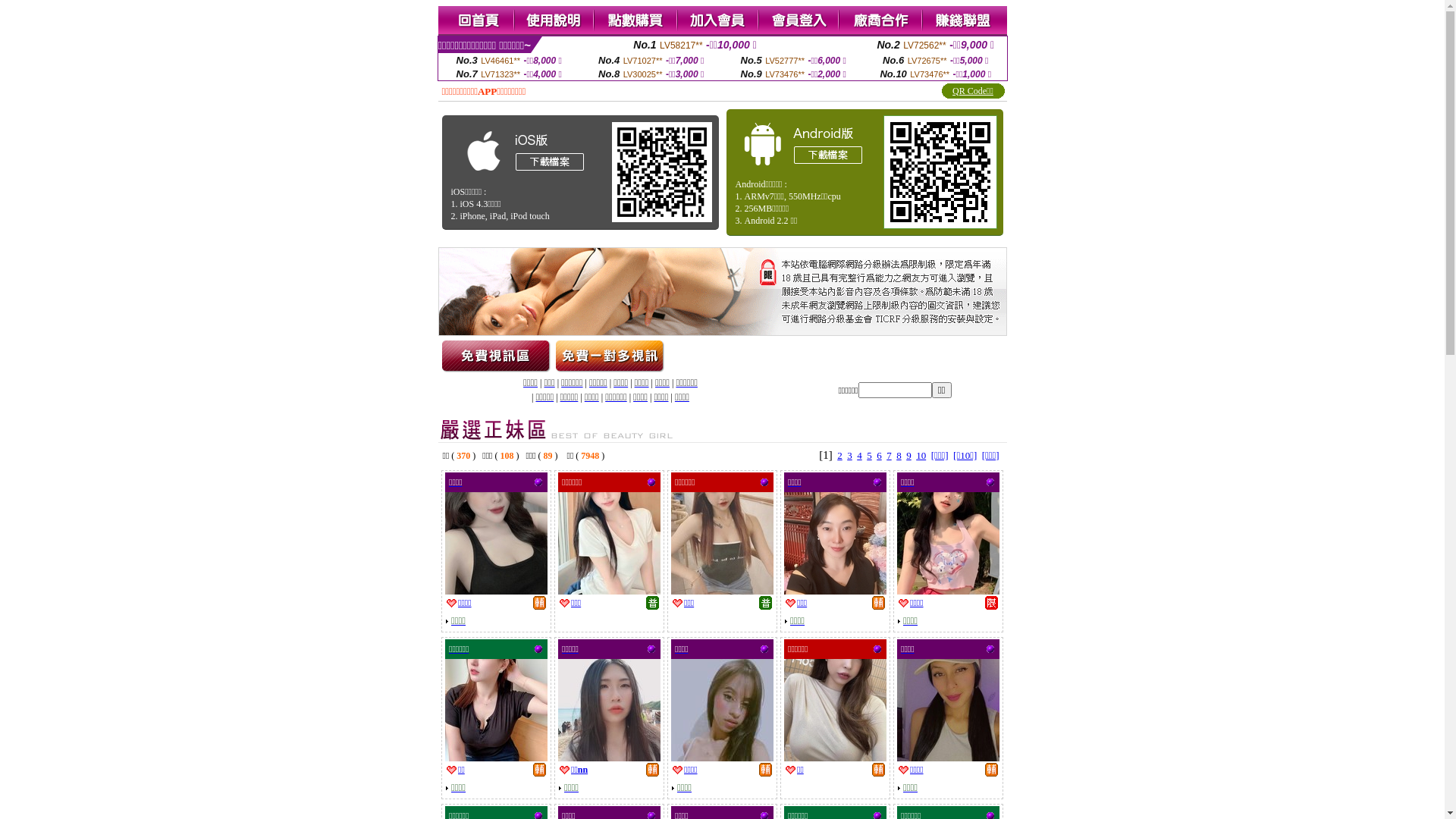 The width and height of the screenshot is (1456, 819). I want to click on '9', so click(906, 454).